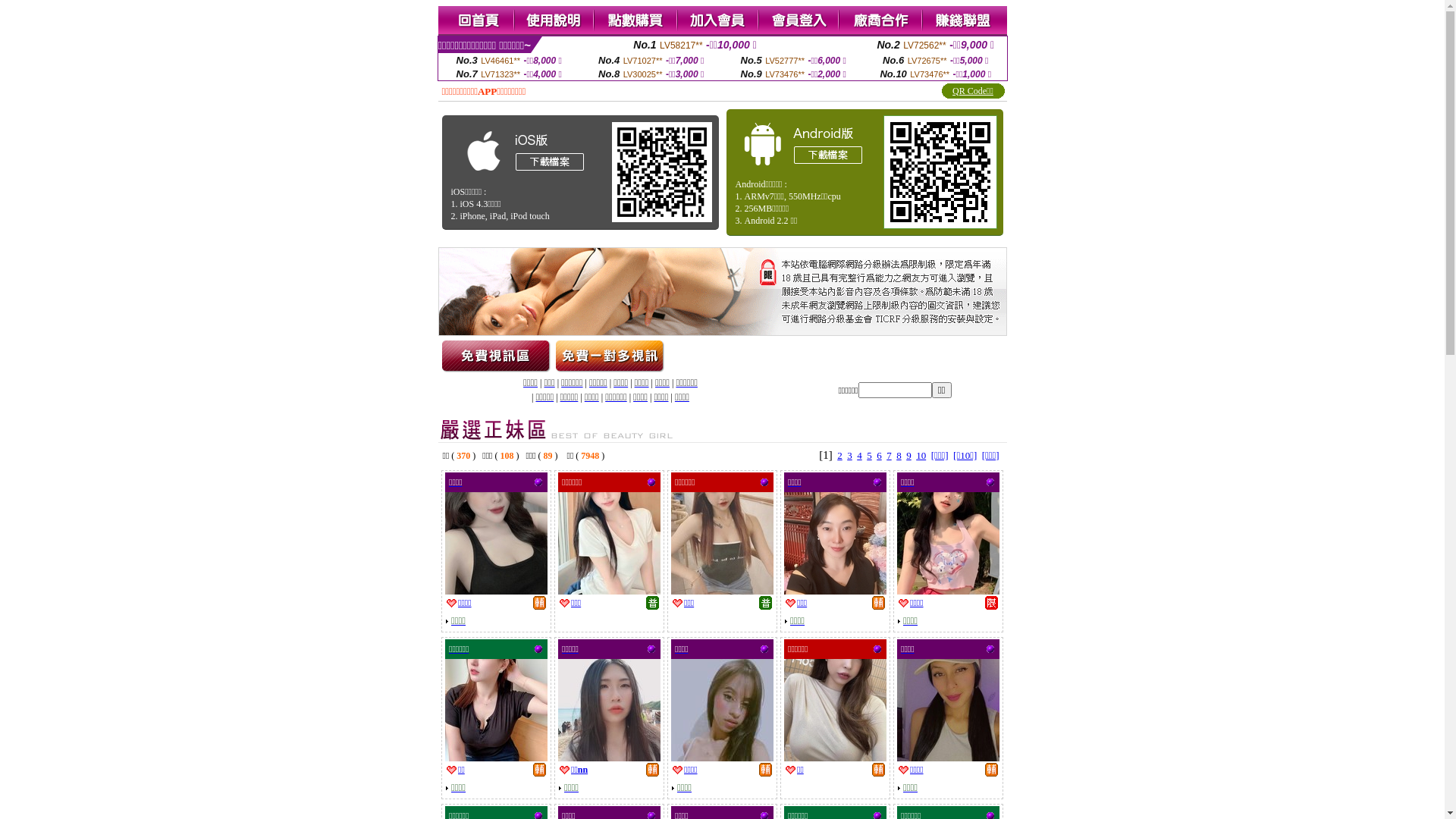 The width and height of the screenshot is (1456, 819). I want to click on '9', so click(906, 454).